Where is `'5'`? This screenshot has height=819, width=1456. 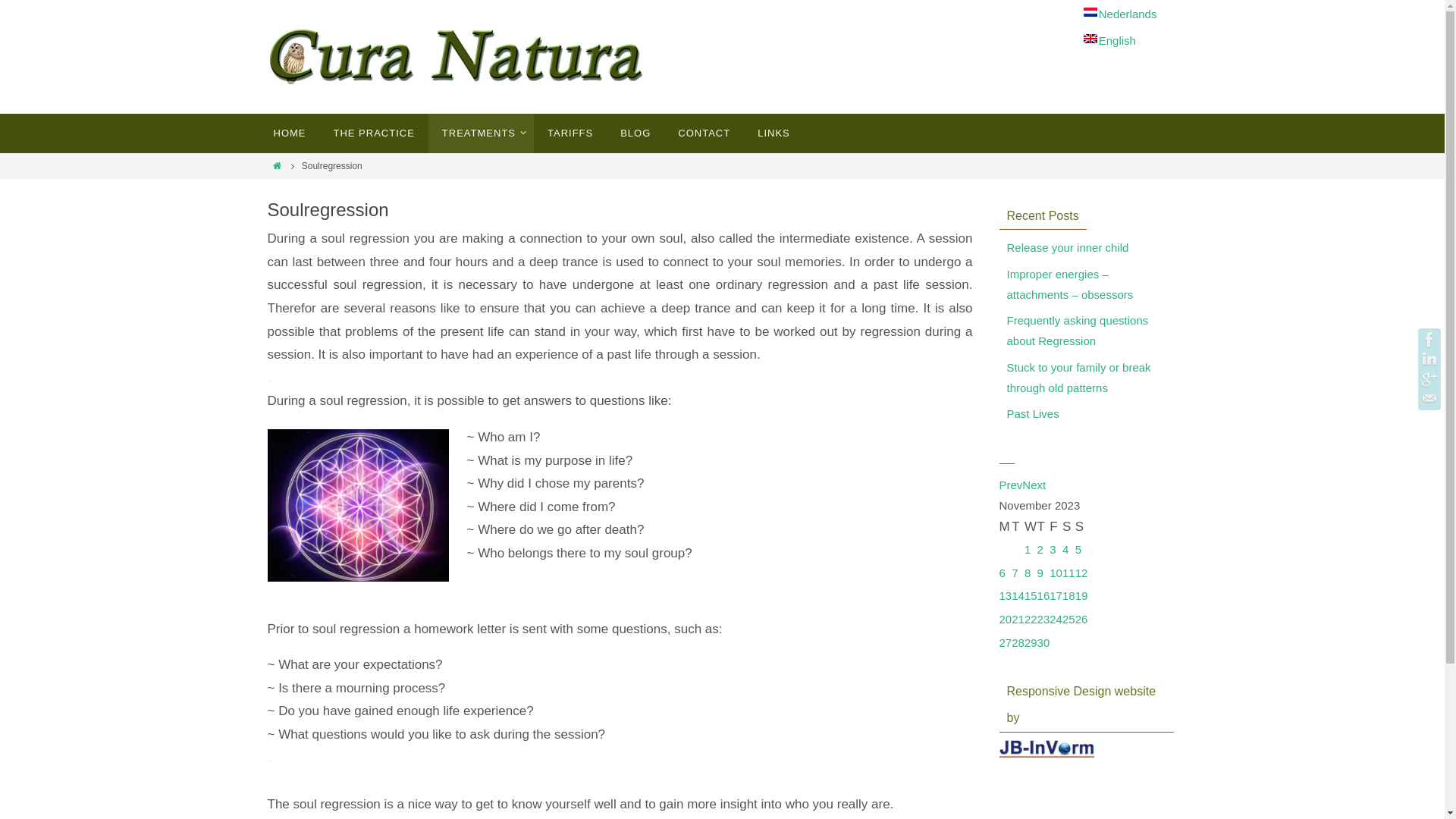 '5' is located at coordinates (1077, 550).